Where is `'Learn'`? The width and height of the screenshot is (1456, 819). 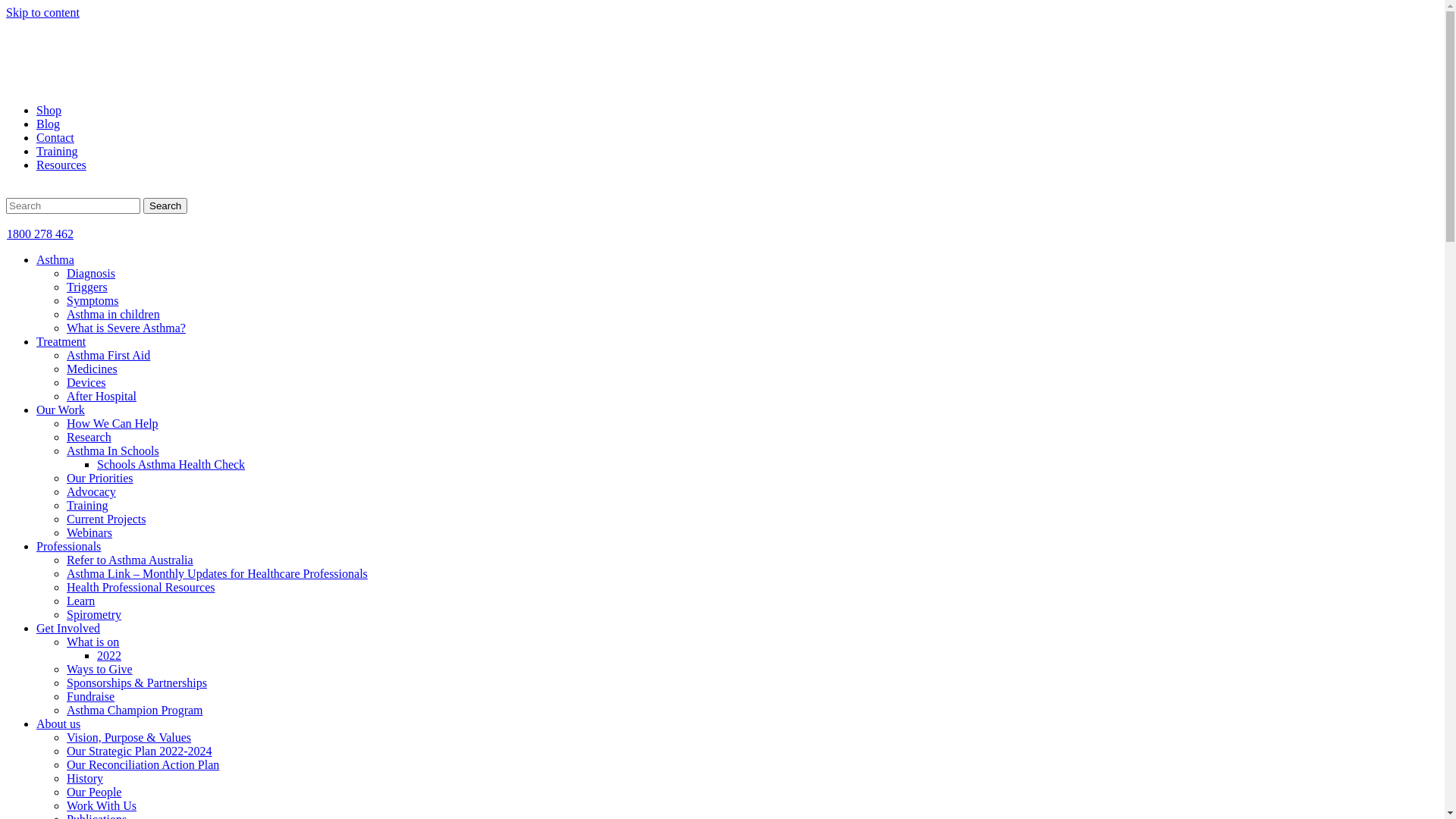
'Learn' is located at coordinates (65, 600).